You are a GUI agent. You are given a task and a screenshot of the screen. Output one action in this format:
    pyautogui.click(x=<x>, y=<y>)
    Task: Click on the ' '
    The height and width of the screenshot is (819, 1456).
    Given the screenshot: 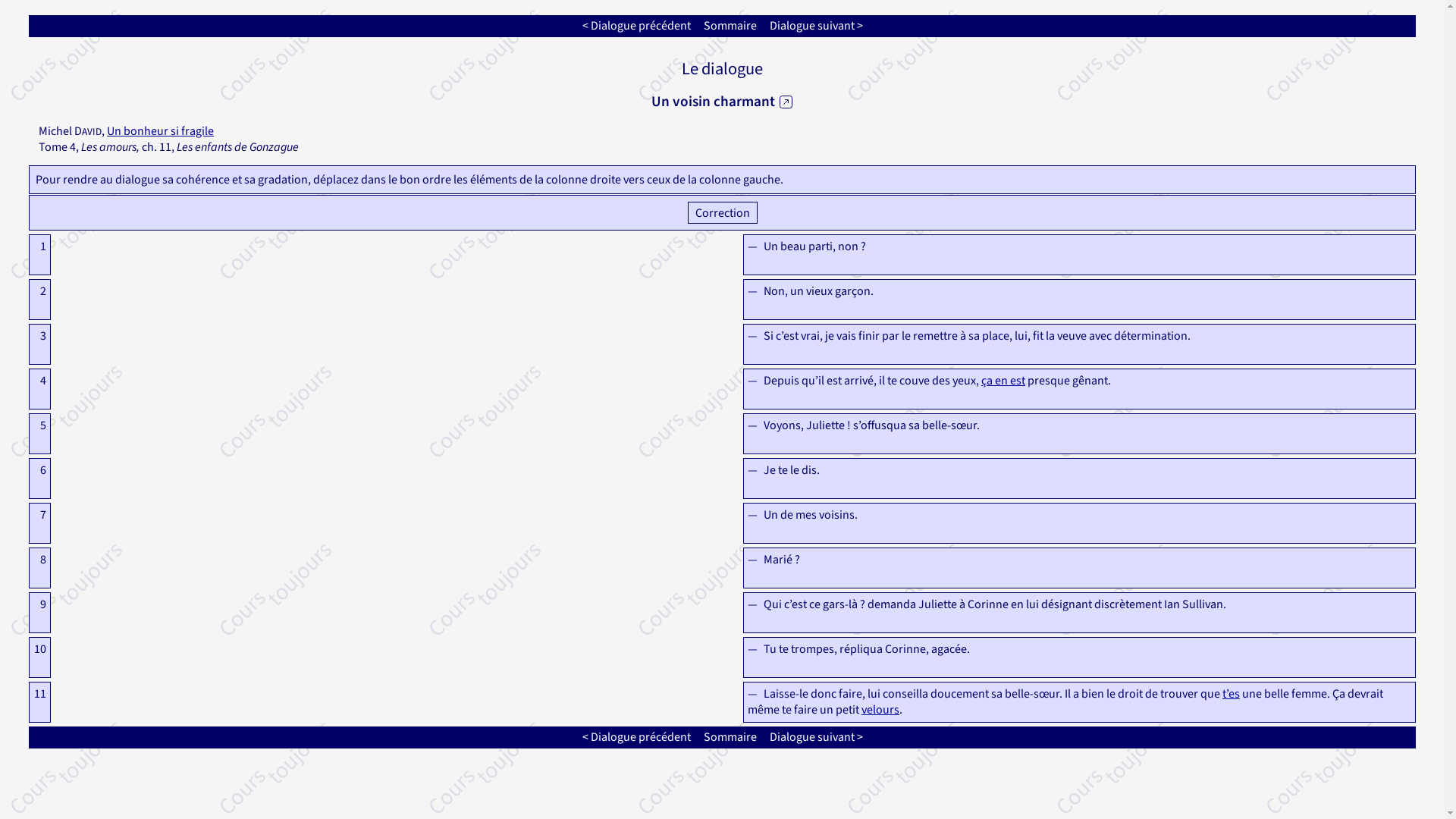 What is the action you would take?
    pyautogui.click(x=786, y=102)
    